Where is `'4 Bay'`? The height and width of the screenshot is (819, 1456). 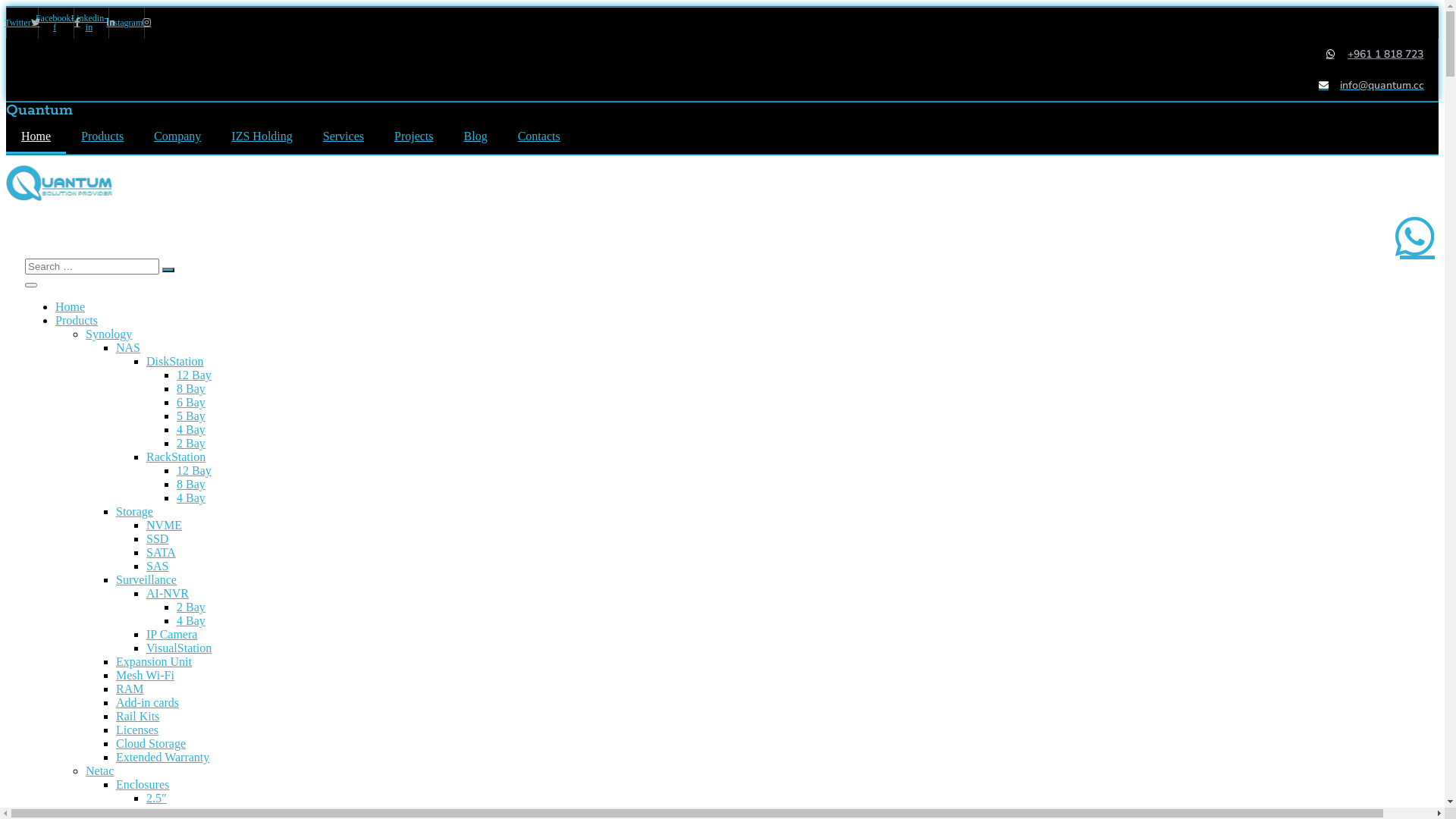
'4 Bay' is located at coordinates (177, 497).